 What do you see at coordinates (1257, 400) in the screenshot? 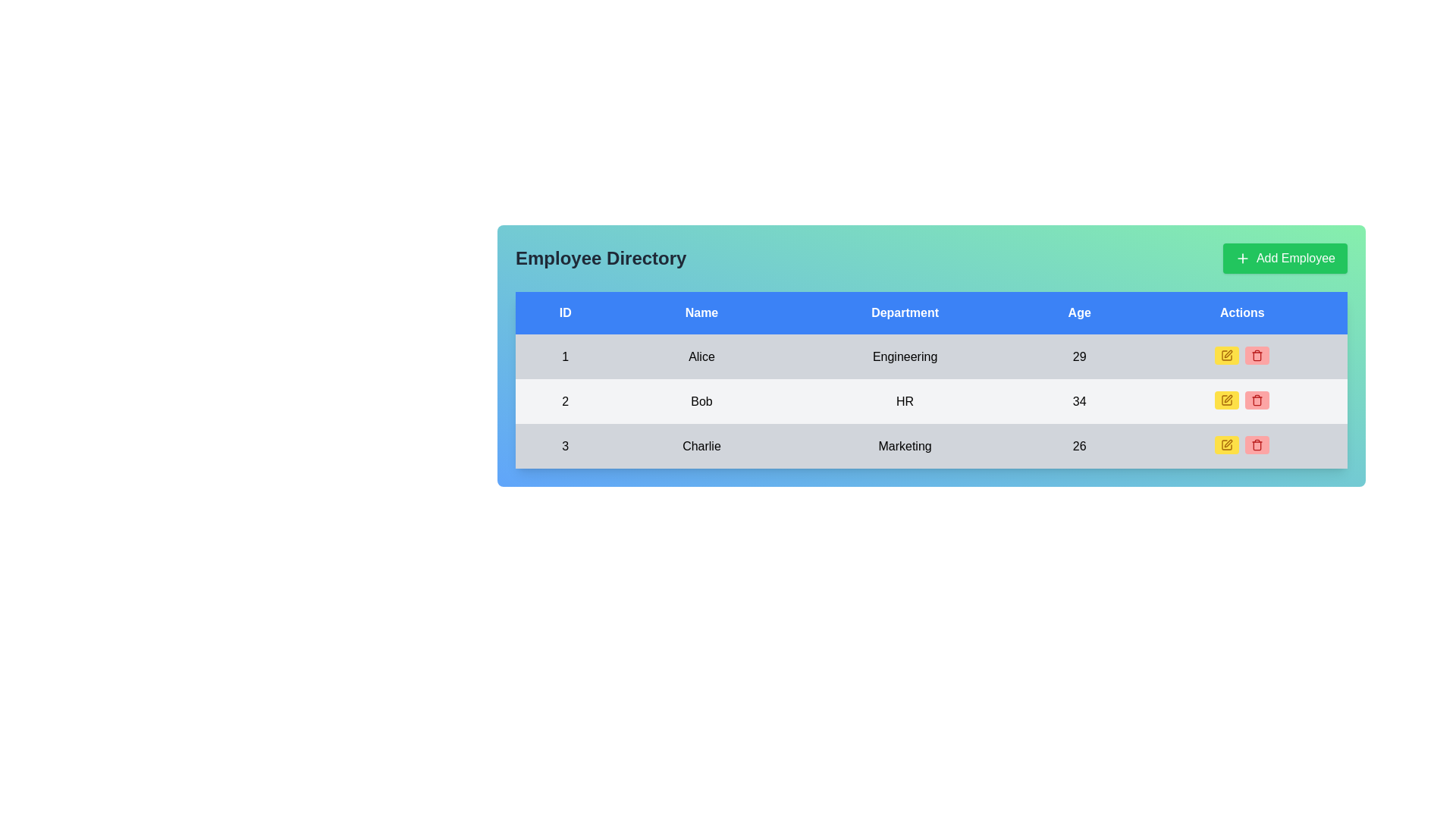
I see `the trash icon in the 'Actions' column of the second row` at bounding box center [1257, 400].